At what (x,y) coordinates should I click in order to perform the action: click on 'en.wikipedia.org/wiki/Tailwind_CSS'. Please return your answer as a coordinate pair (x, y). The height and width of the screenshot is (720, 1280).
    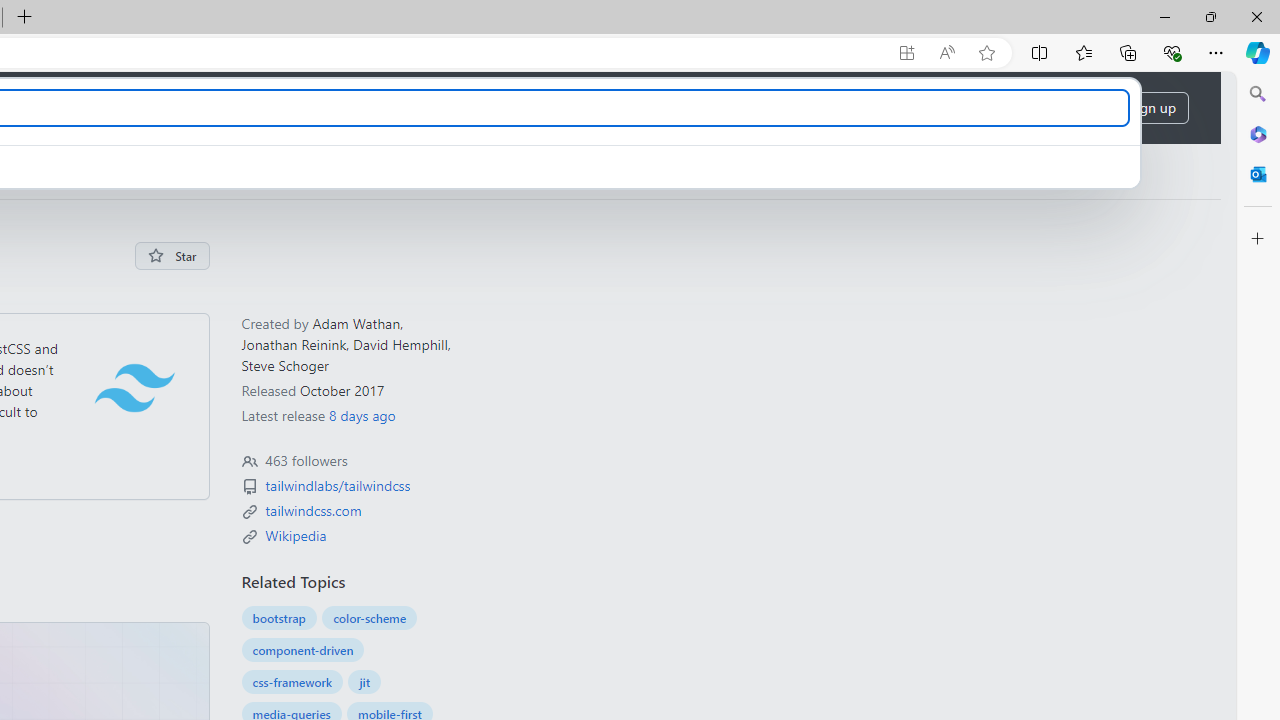
    Looking at the image, I should click on (294, 534).